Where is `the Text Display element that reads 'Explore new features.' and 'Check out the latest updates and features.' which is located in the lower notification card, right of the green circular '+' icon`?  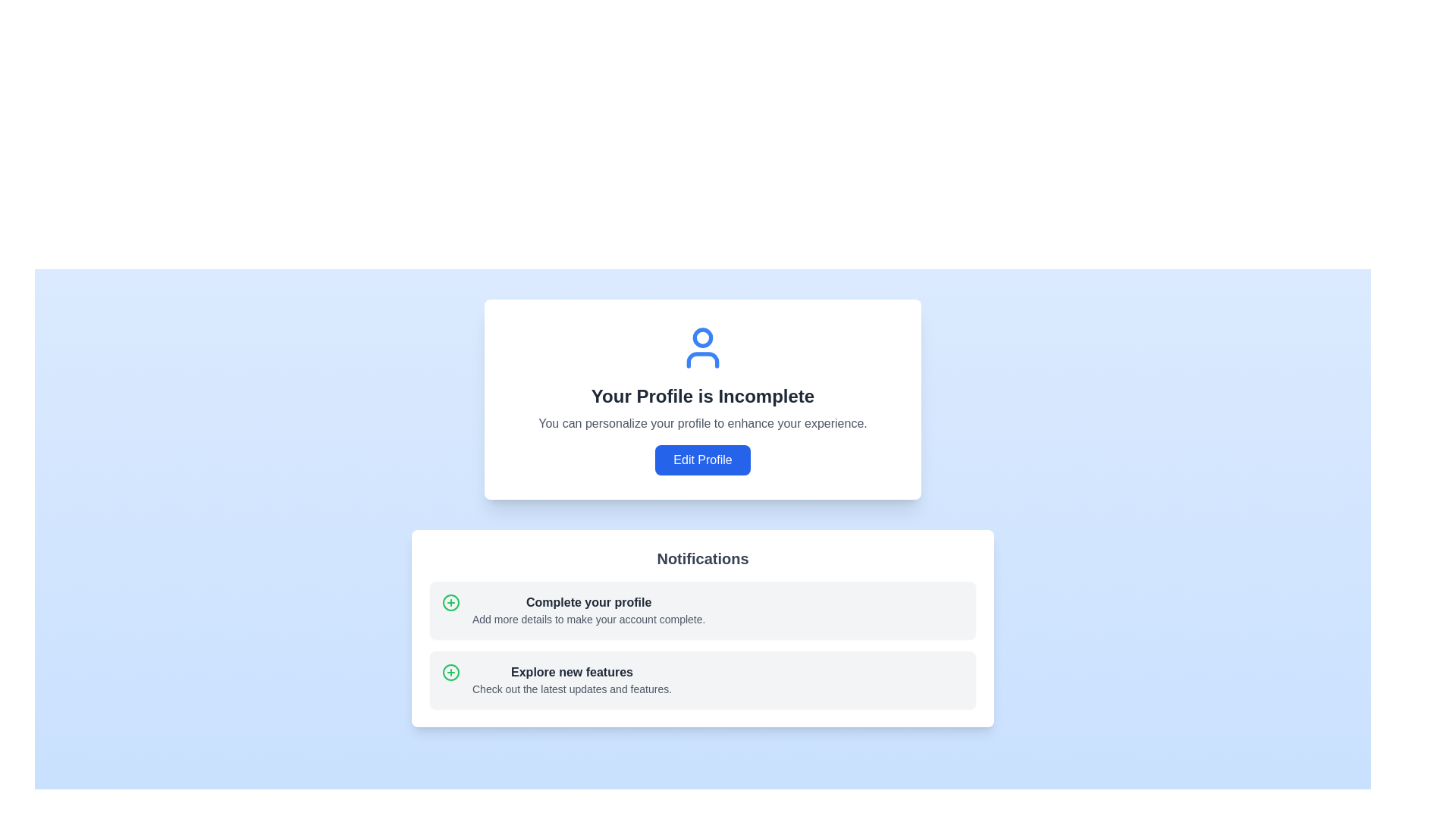 the Text Display element that reads 'Explore new features.' and 'Check out the latest updates and features.' which is located in the lower notification card, right of the green circular '+' icon is located at coordinates (571, 679).